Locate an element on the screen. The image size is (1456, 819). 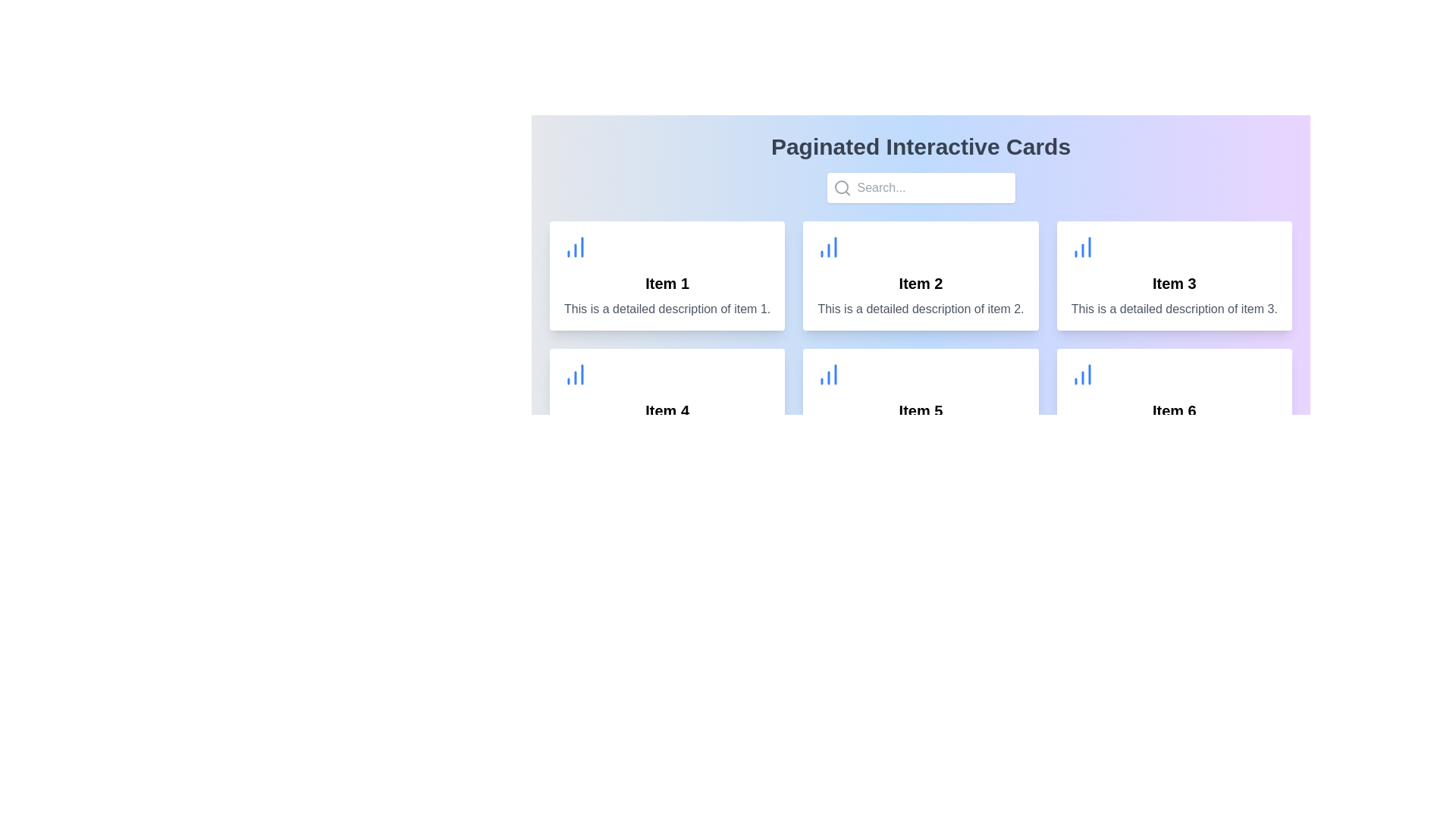
the chart icon representing a bar graph with three columns of varying heights, displayed in blue, located at the top-left corner of the card titled 'Item 6' is located at coordinates (1081, 374).